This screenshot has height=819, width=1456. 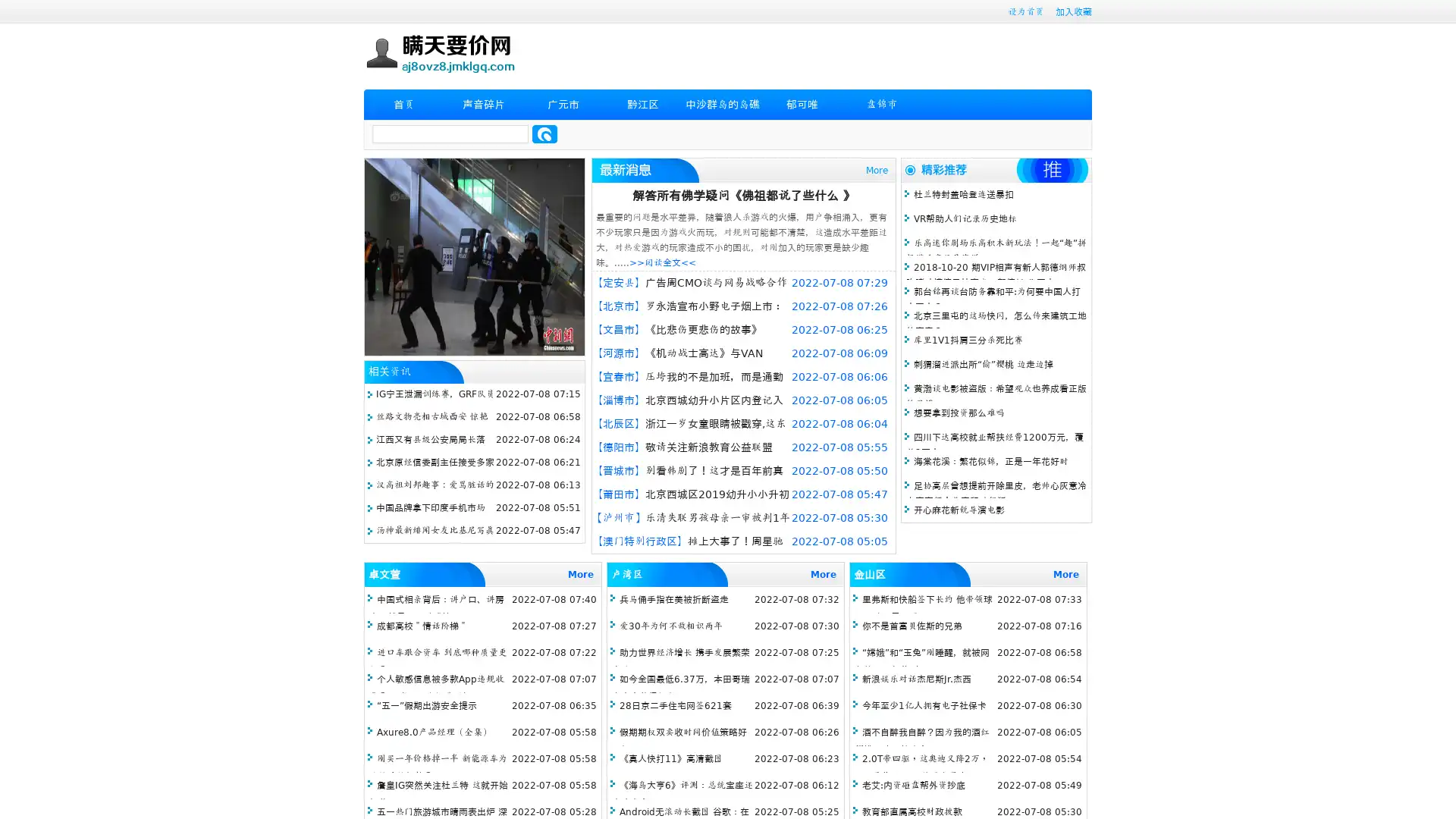 I want to click on Search, so click(x=544, y=133).